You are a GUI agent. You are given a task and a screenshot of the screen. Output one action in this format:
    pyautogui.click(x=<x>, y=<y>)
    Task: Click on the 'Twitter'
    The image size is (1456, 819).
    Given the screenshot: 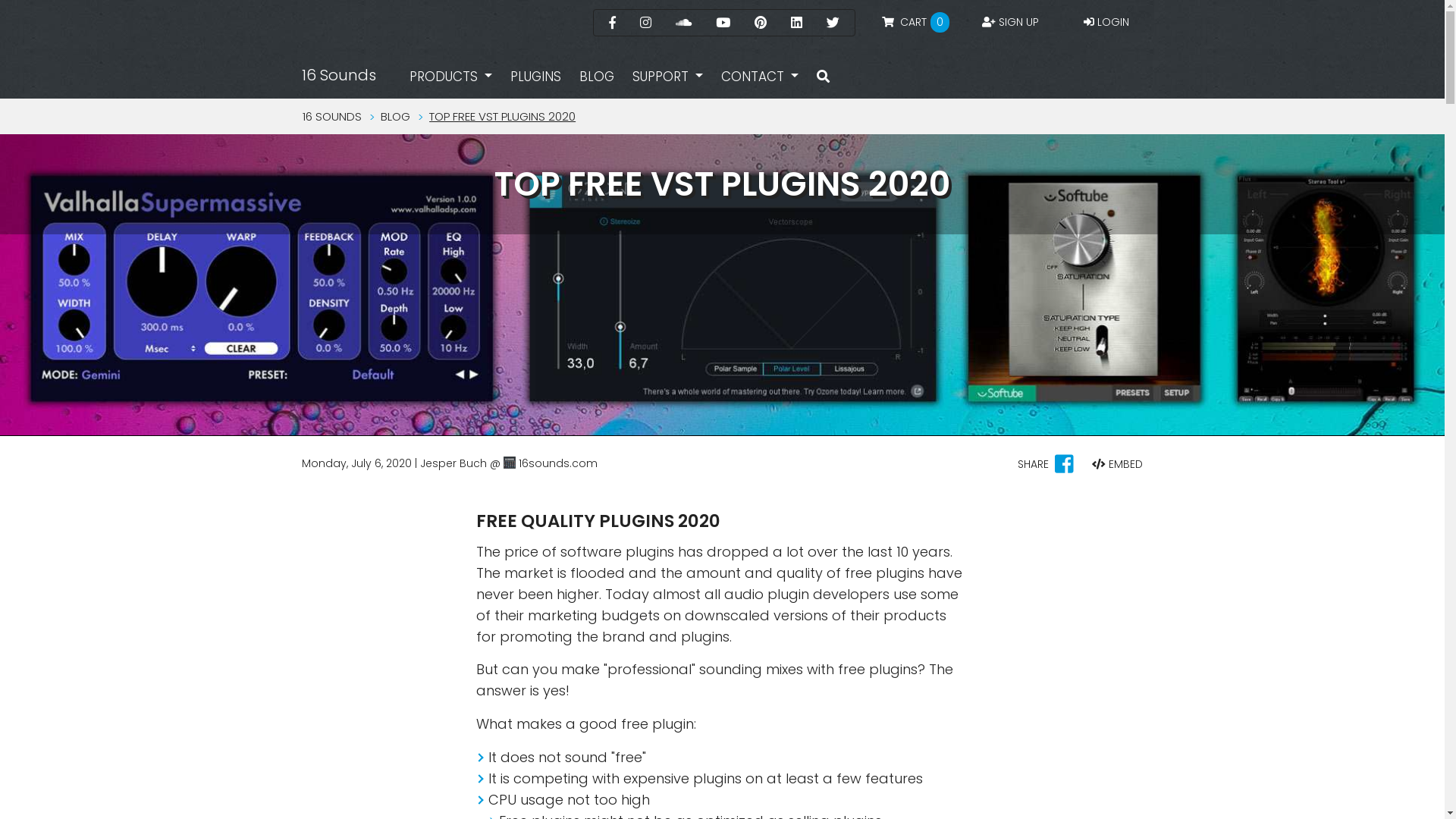 What is the action you would take?
    pyautogui.click(x=832, y=23)
    